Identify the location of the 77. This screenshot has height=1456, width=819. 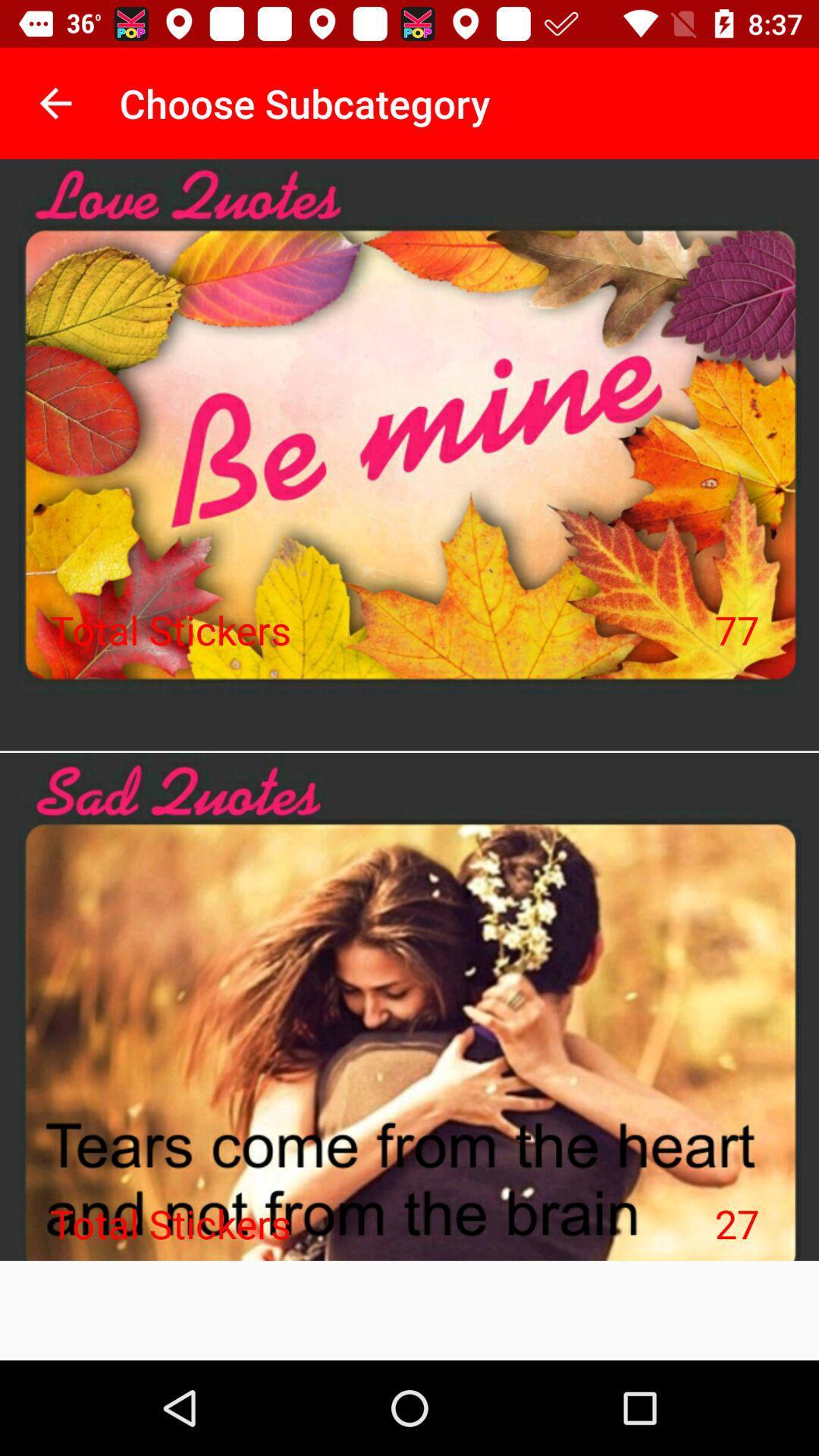
(736, 629).